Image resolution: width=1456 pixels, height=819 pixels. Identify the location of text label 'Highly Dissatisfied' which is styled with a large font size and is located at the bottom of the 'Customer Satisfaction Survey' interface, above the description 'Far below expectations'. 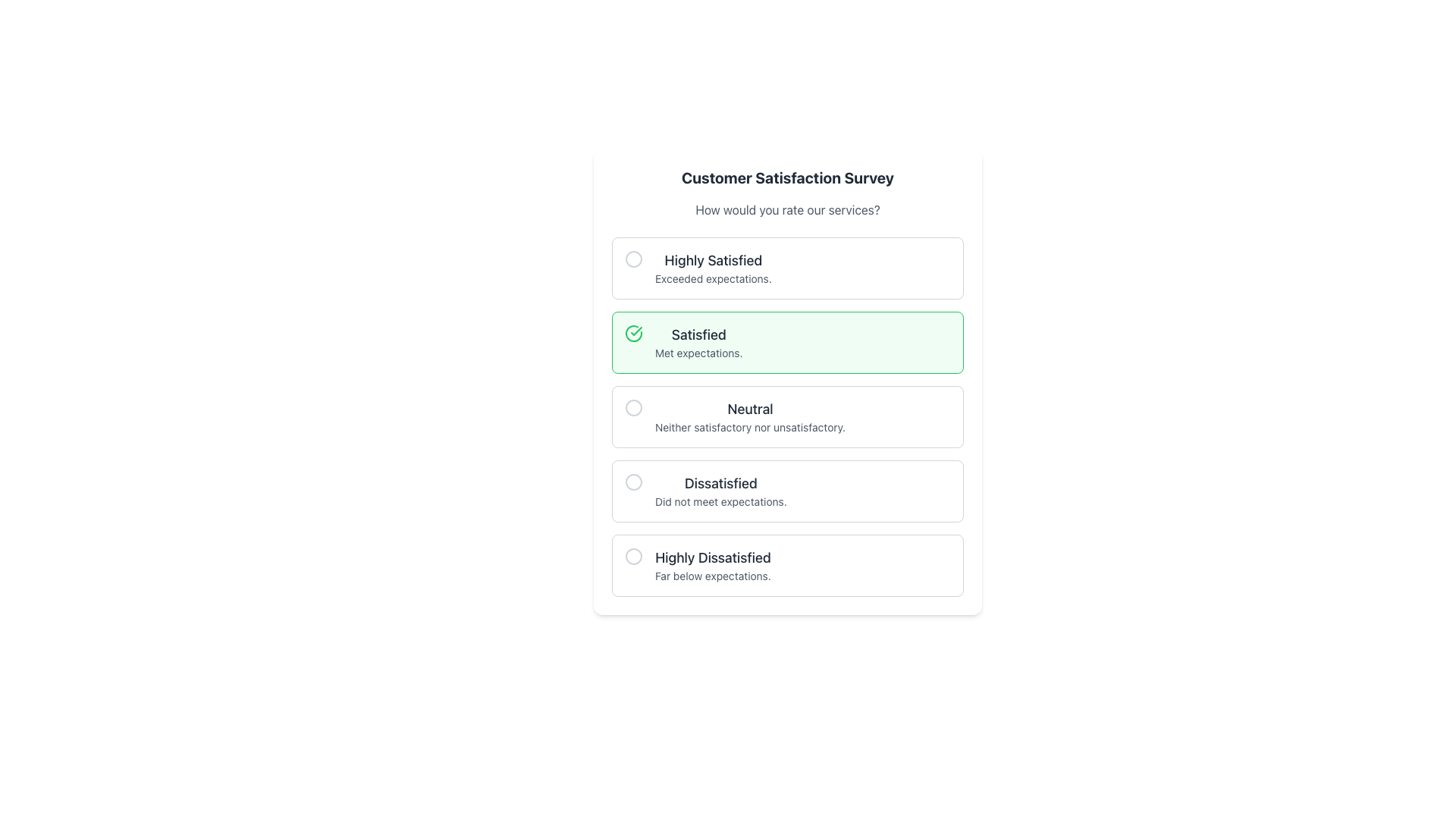
(712, 558).